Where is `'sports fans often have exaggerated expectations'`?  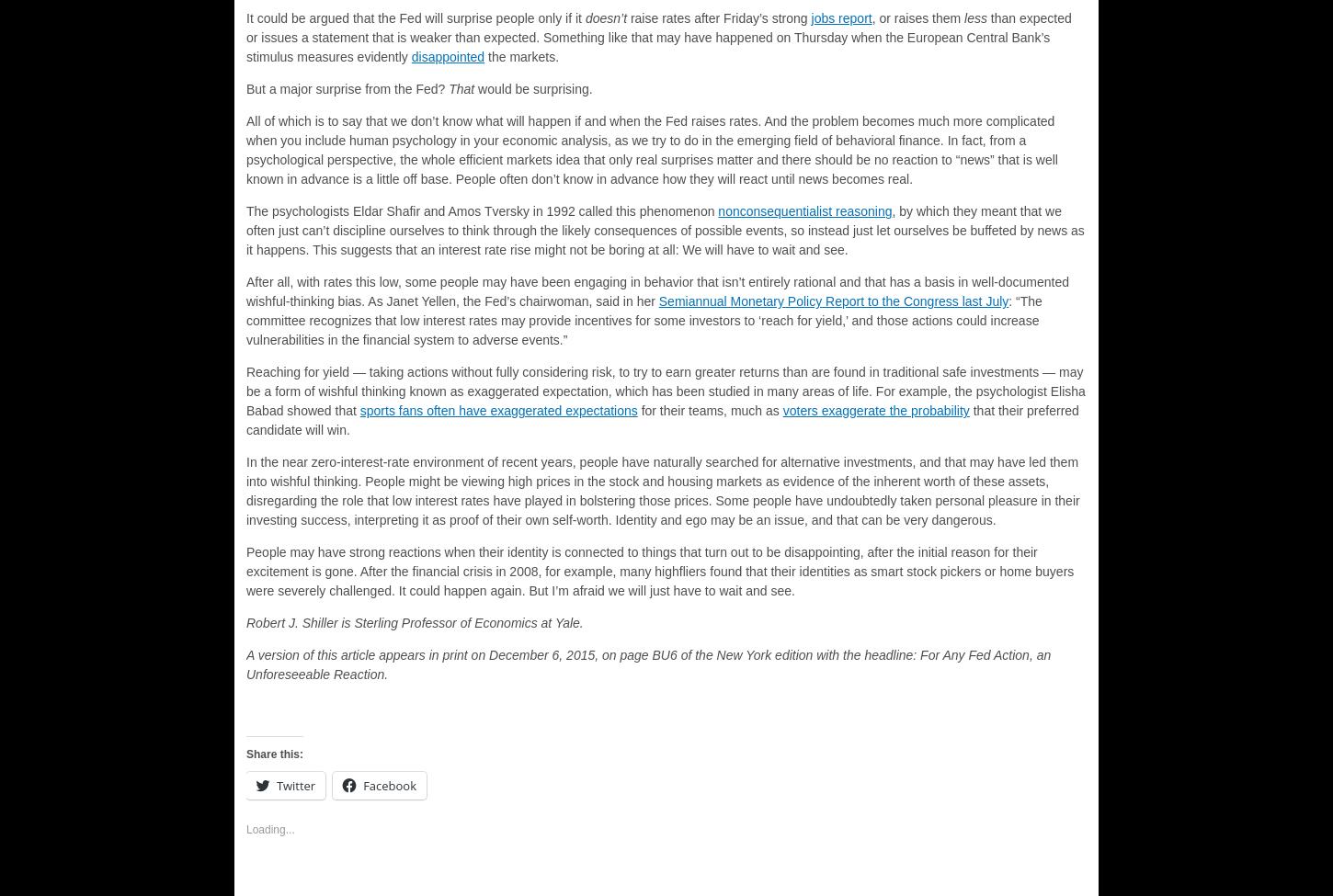
'sports fans often have exaggerated expectations' is located at coordinates (498, 411).